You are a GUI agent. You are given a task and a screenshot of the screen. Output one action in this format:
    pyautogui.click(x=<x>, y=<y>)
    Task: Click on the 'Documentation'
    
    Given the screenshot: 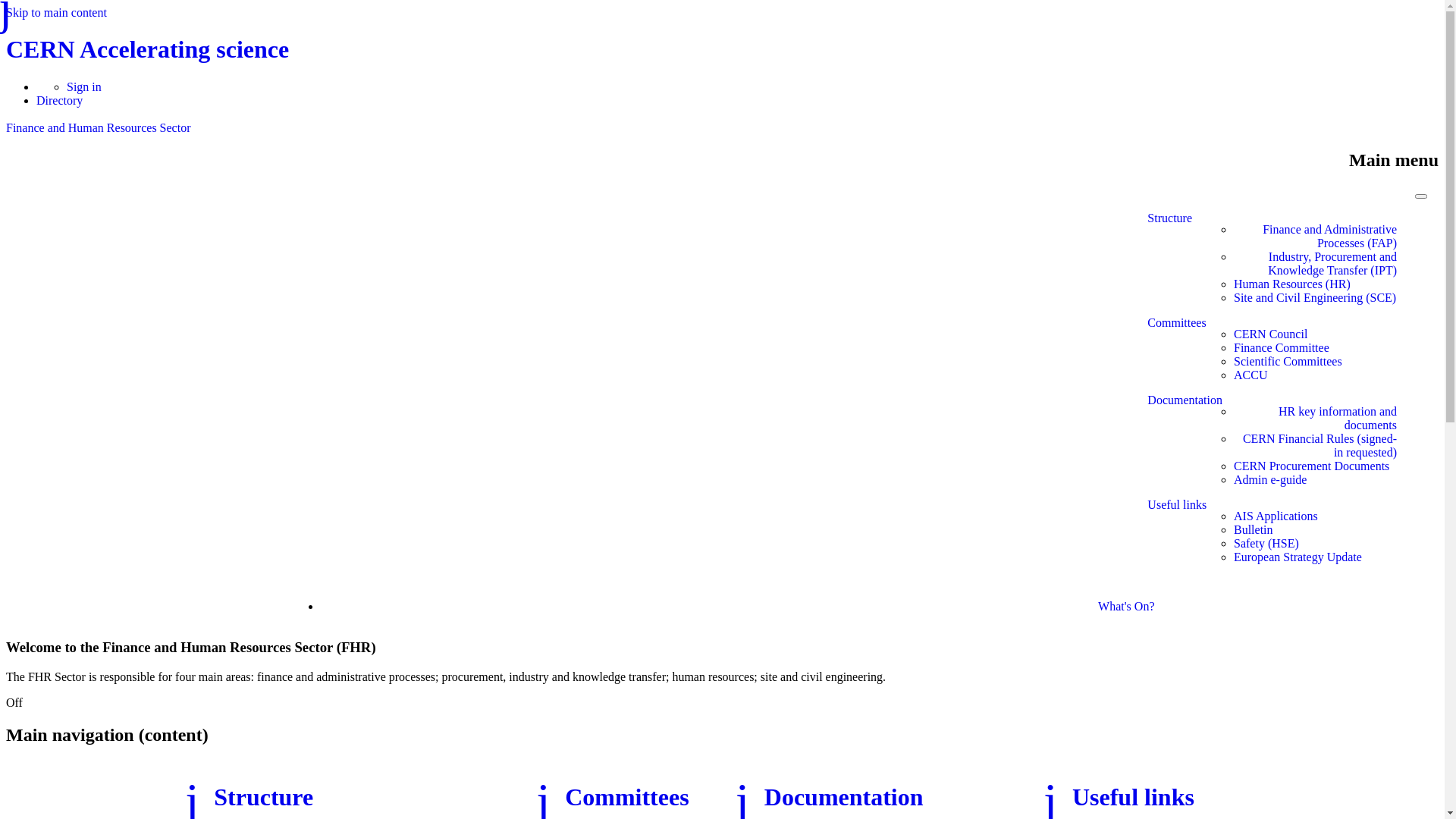 What is the action you would take?
    pyautogui.click(x=843, y=795)
    